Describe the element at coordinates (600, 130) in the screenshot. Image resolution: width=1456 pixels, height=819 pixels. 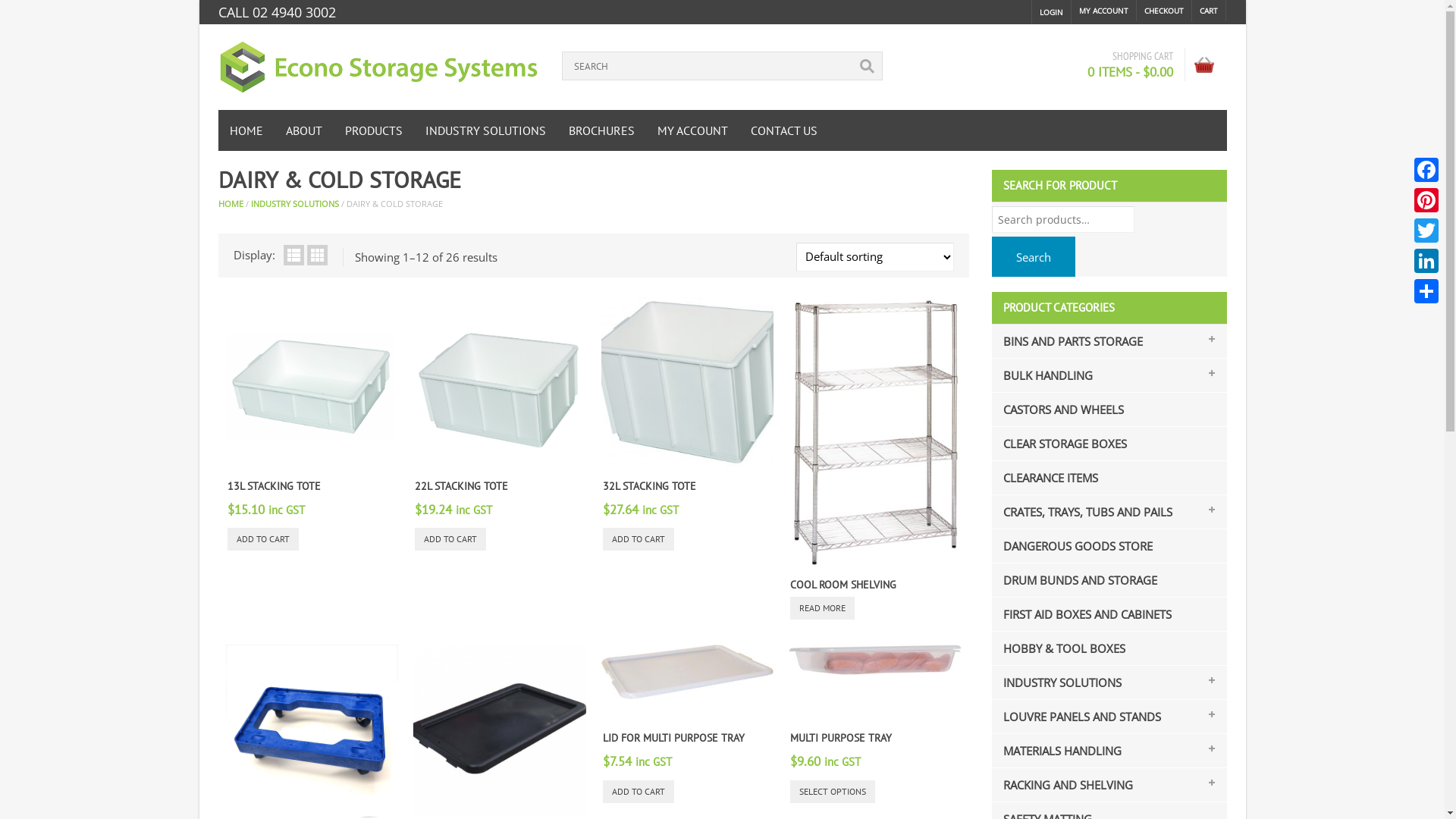
I see `'BROCHURES'` at that location.